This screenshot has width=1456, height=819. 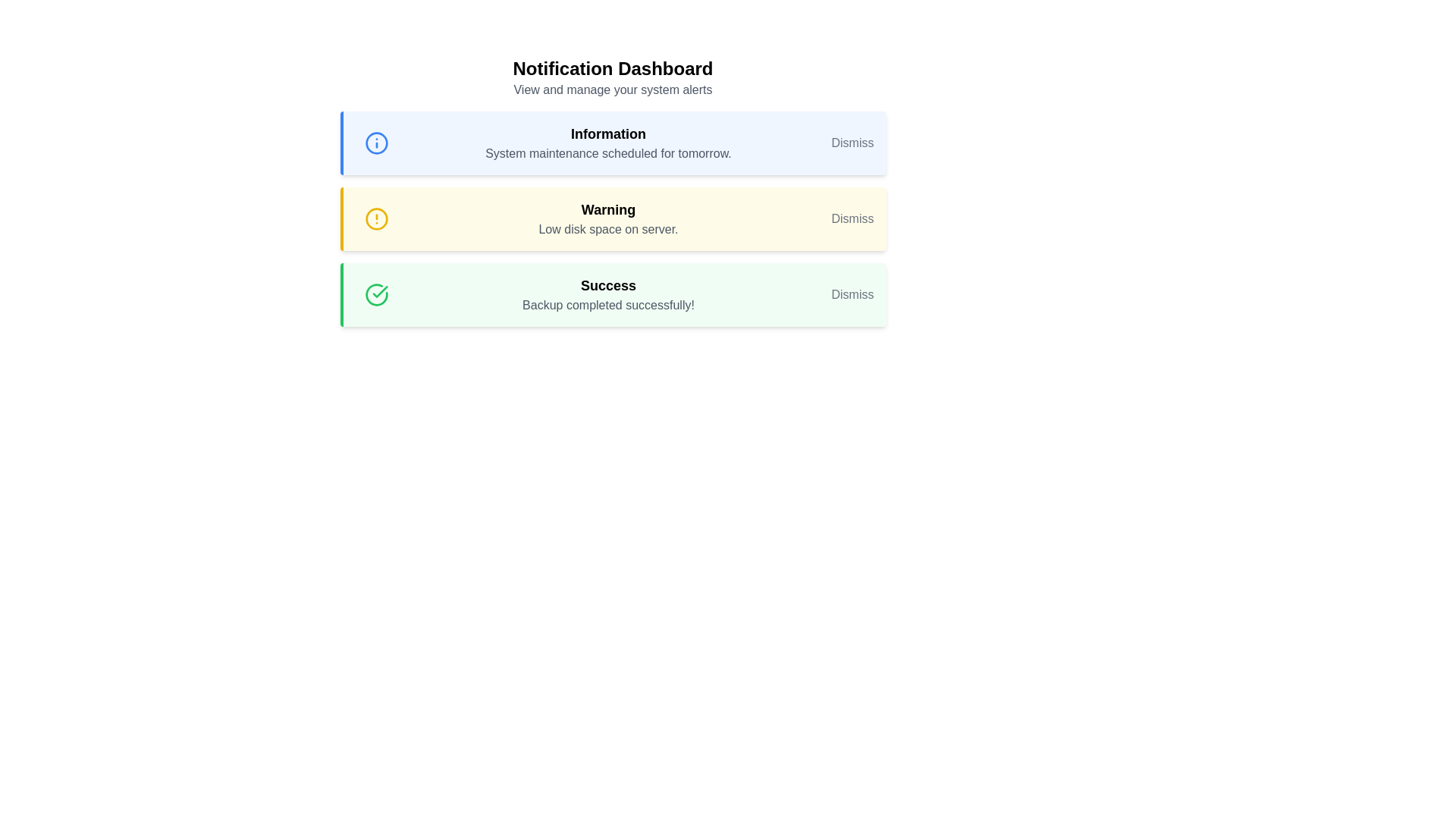 I want to click on header text of the warning notification located at the top of the second notification card, which indicates a warning about low disk space on the server, so click(x=608, y=210).